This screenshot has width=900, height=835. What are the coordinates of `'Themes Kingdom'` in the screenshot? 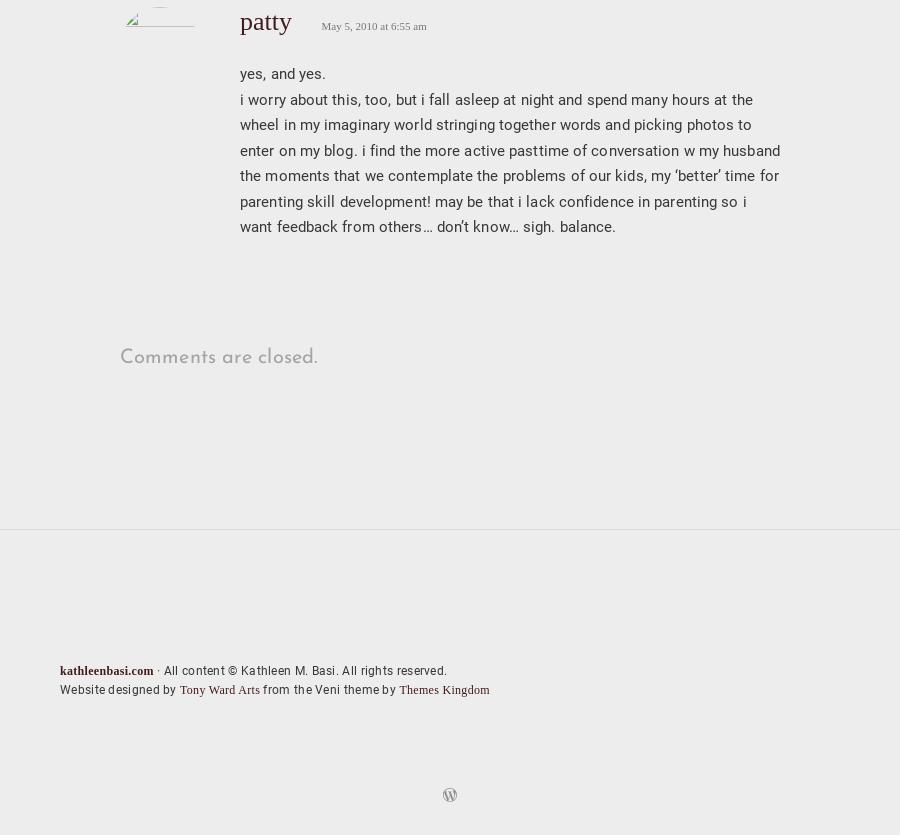 It's located at (398, 689).